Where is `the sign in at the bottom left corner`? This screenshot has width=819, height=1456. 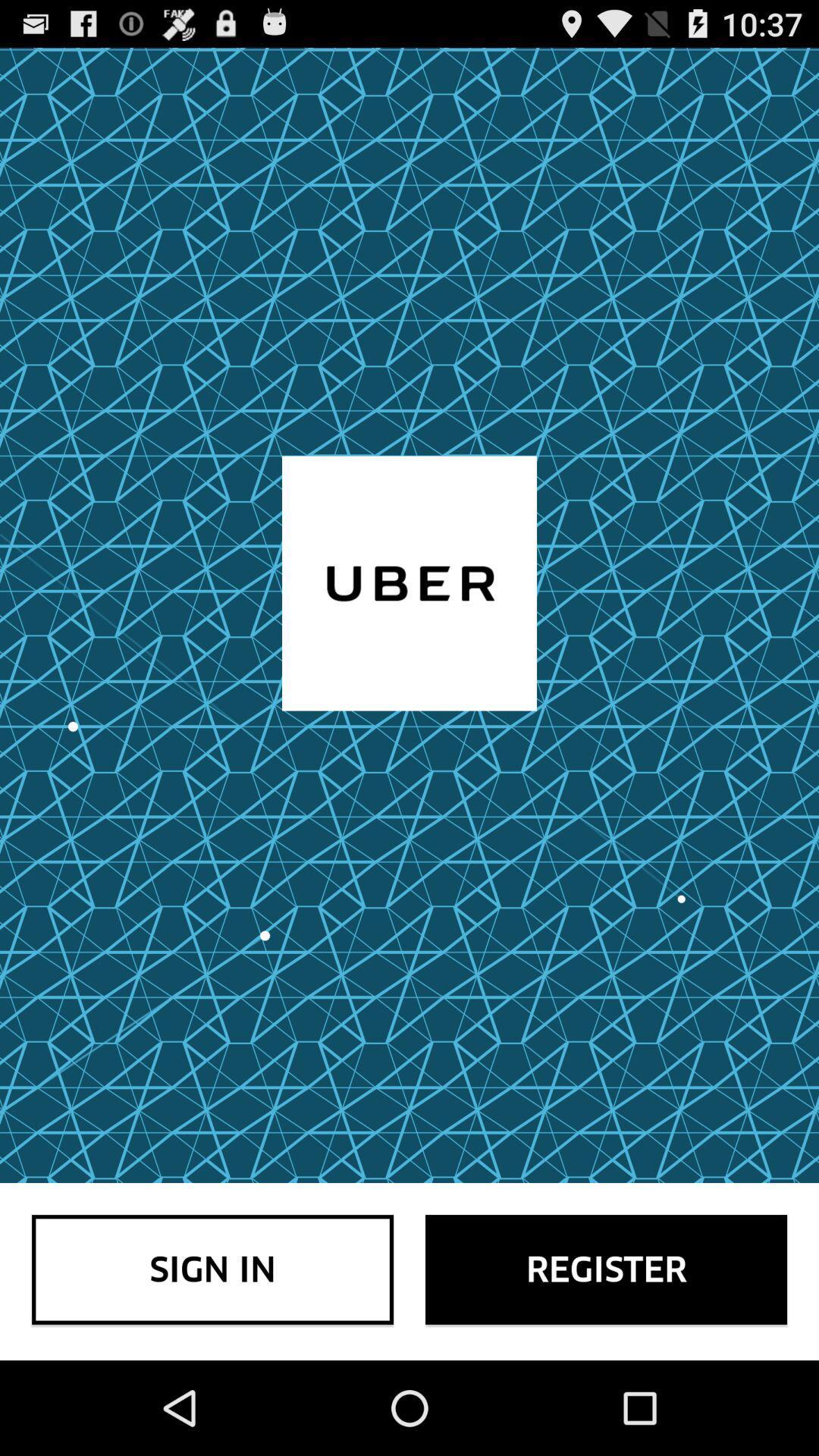
the sign in at the bottom left corner is located at coordinates (212, 1269).